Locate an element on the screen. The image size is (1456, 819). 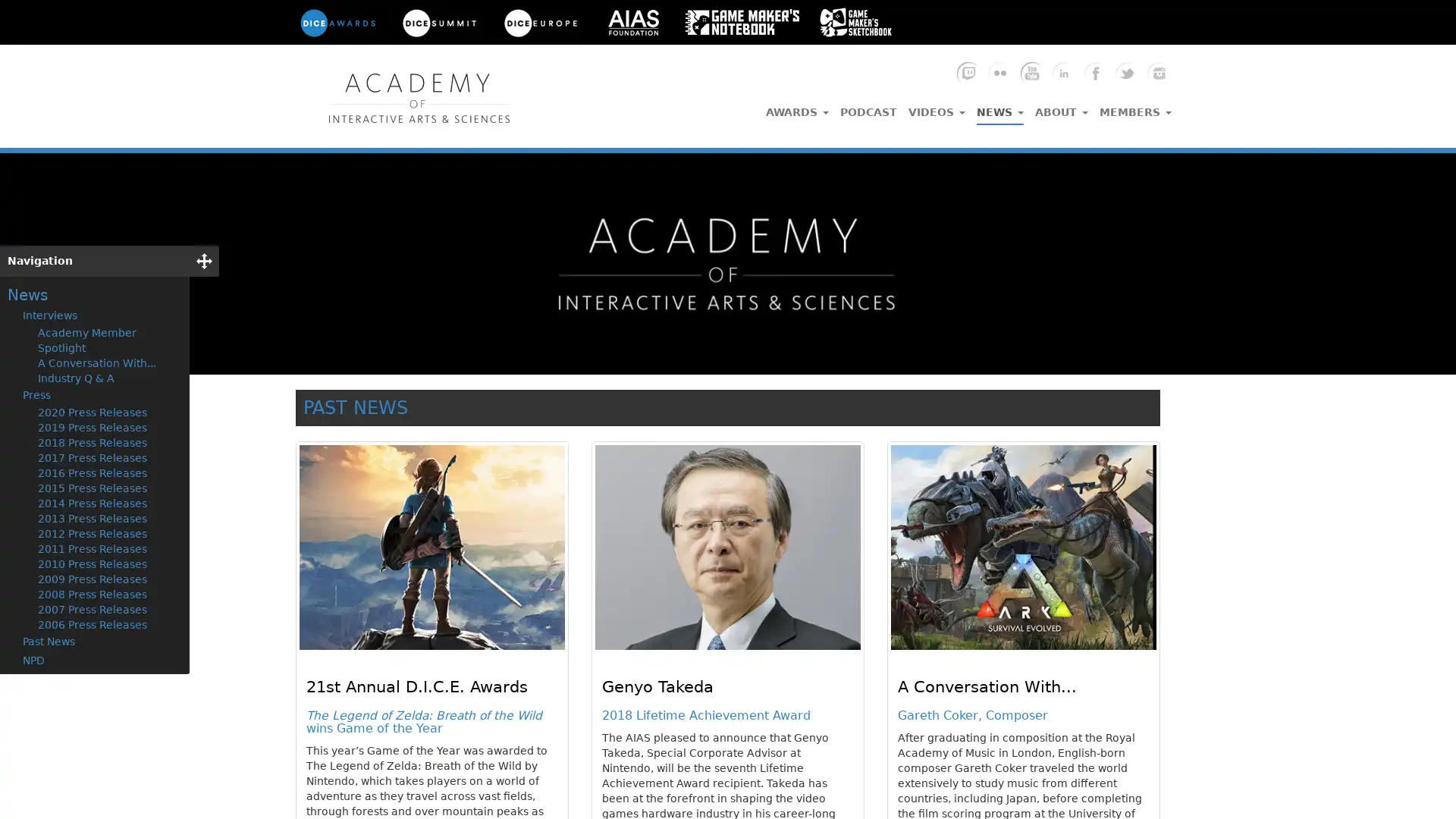
NEWS is located at coordinates (1000, 108).